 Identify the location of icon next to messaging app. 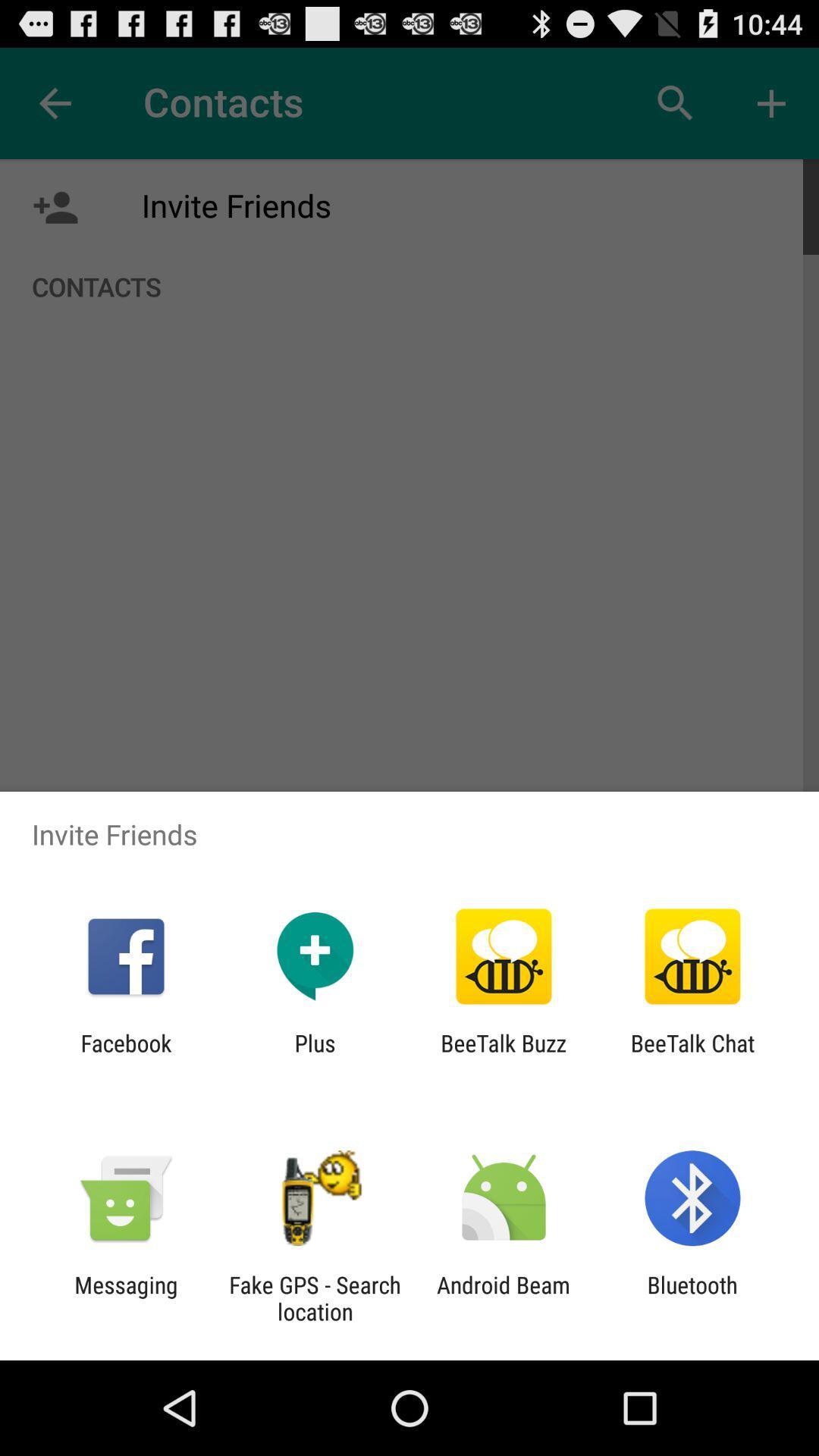
(314, 1298).